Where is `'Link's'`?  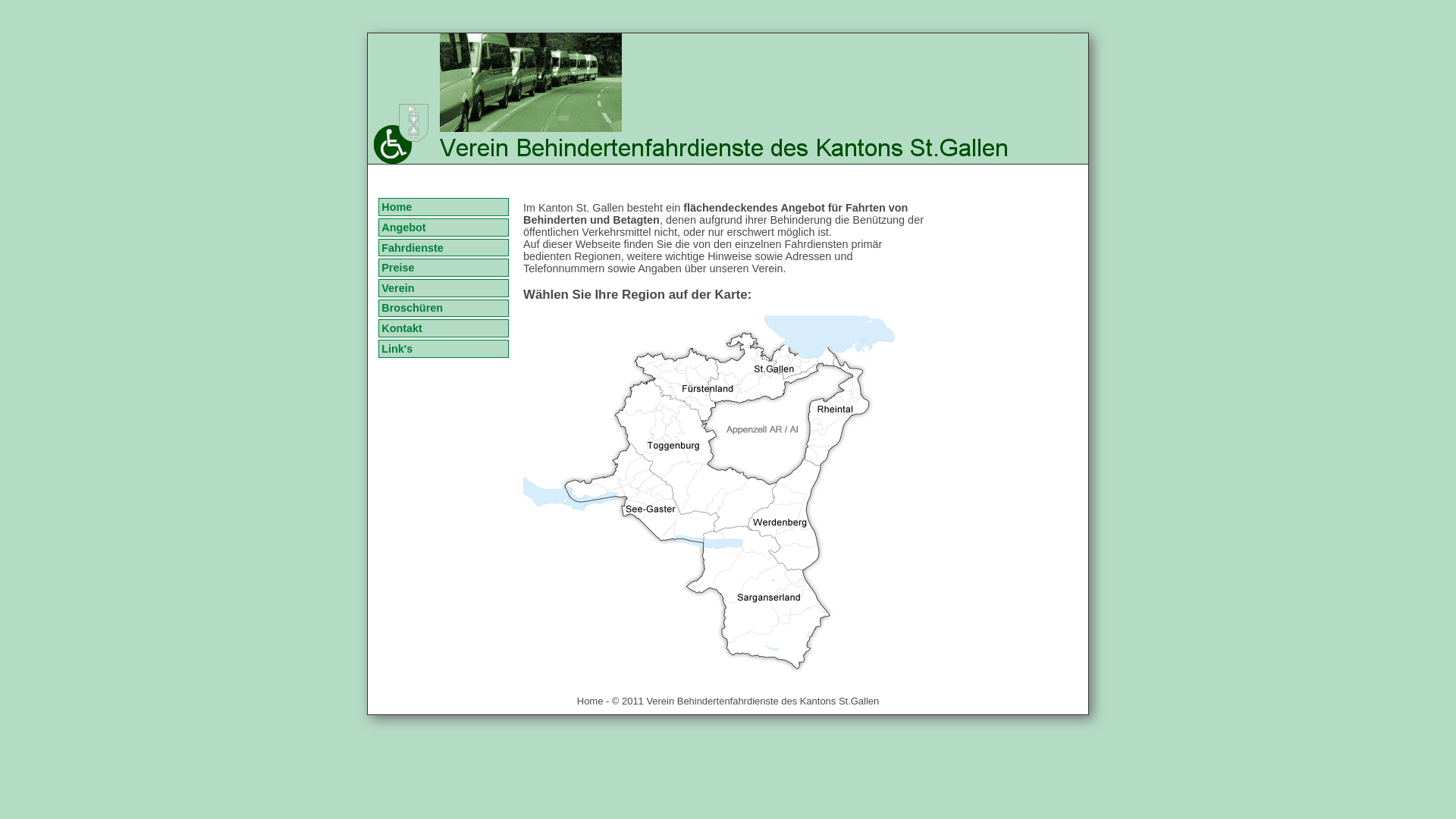
'Link's' is located at coordinates (442, 348).